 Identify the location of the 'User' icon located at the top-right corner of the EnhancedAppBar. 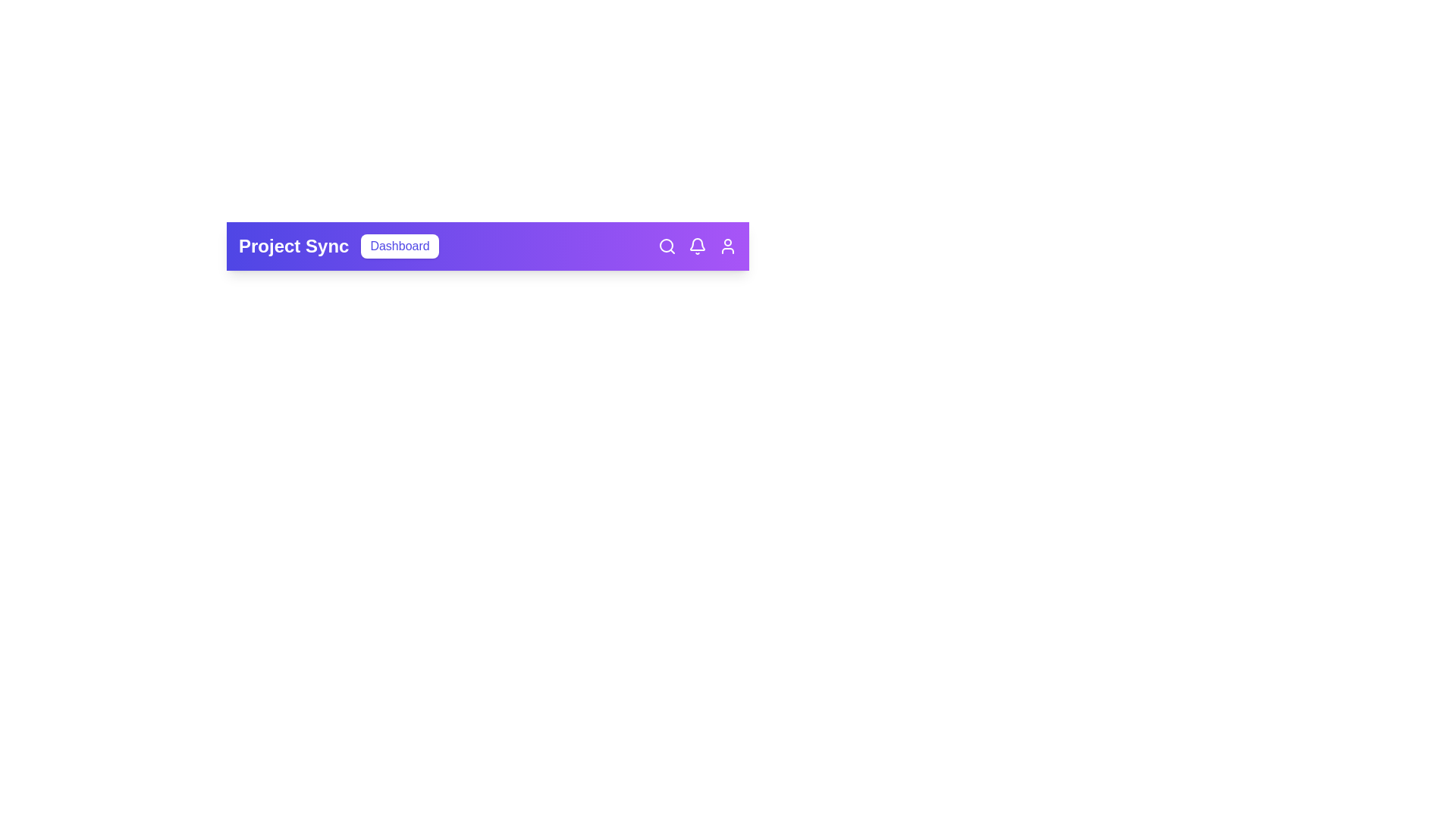
(728, 245).